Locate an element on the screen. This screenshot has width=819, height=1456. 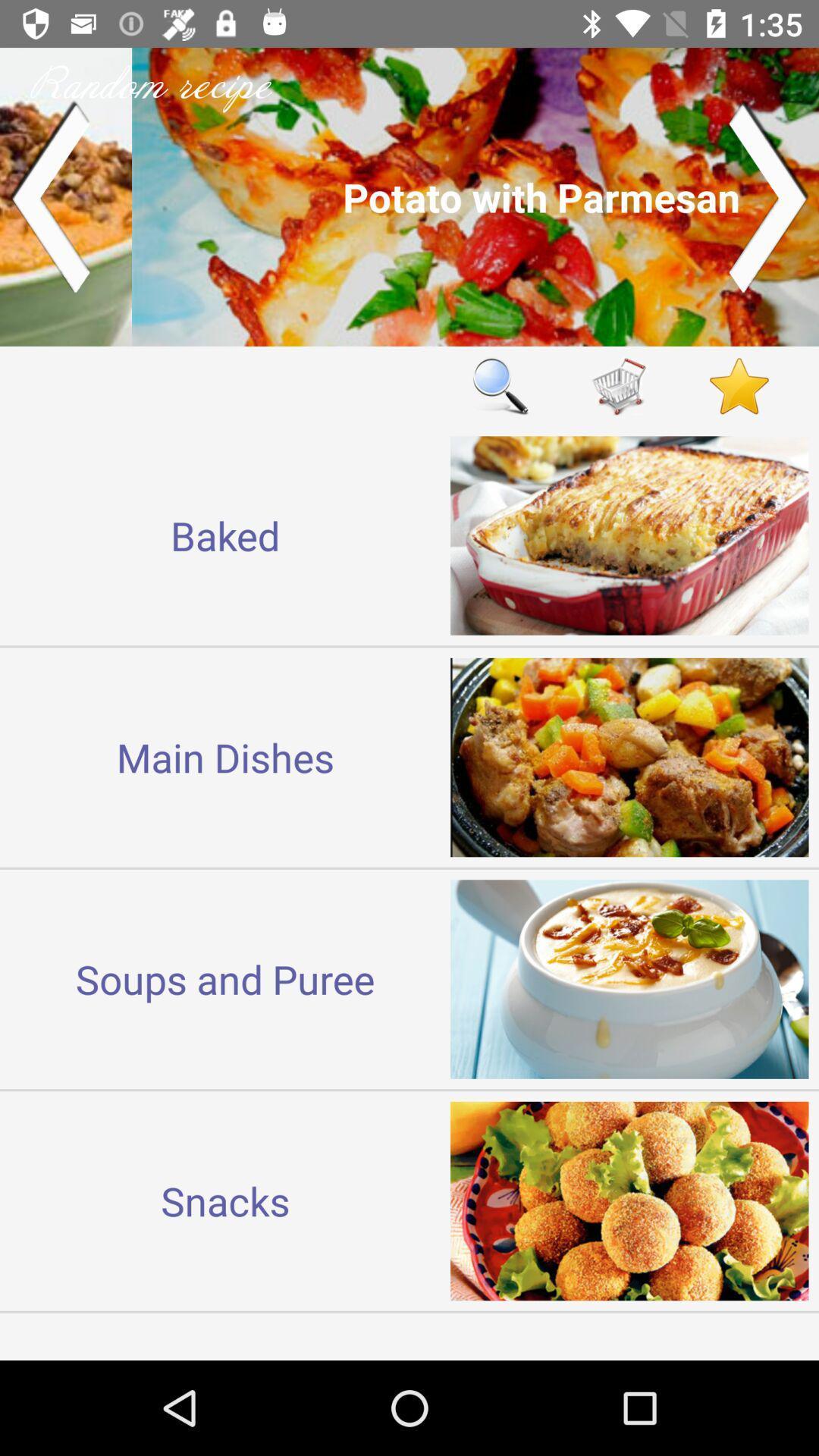
the soups and puree icon is located at coordinates (225, 979).